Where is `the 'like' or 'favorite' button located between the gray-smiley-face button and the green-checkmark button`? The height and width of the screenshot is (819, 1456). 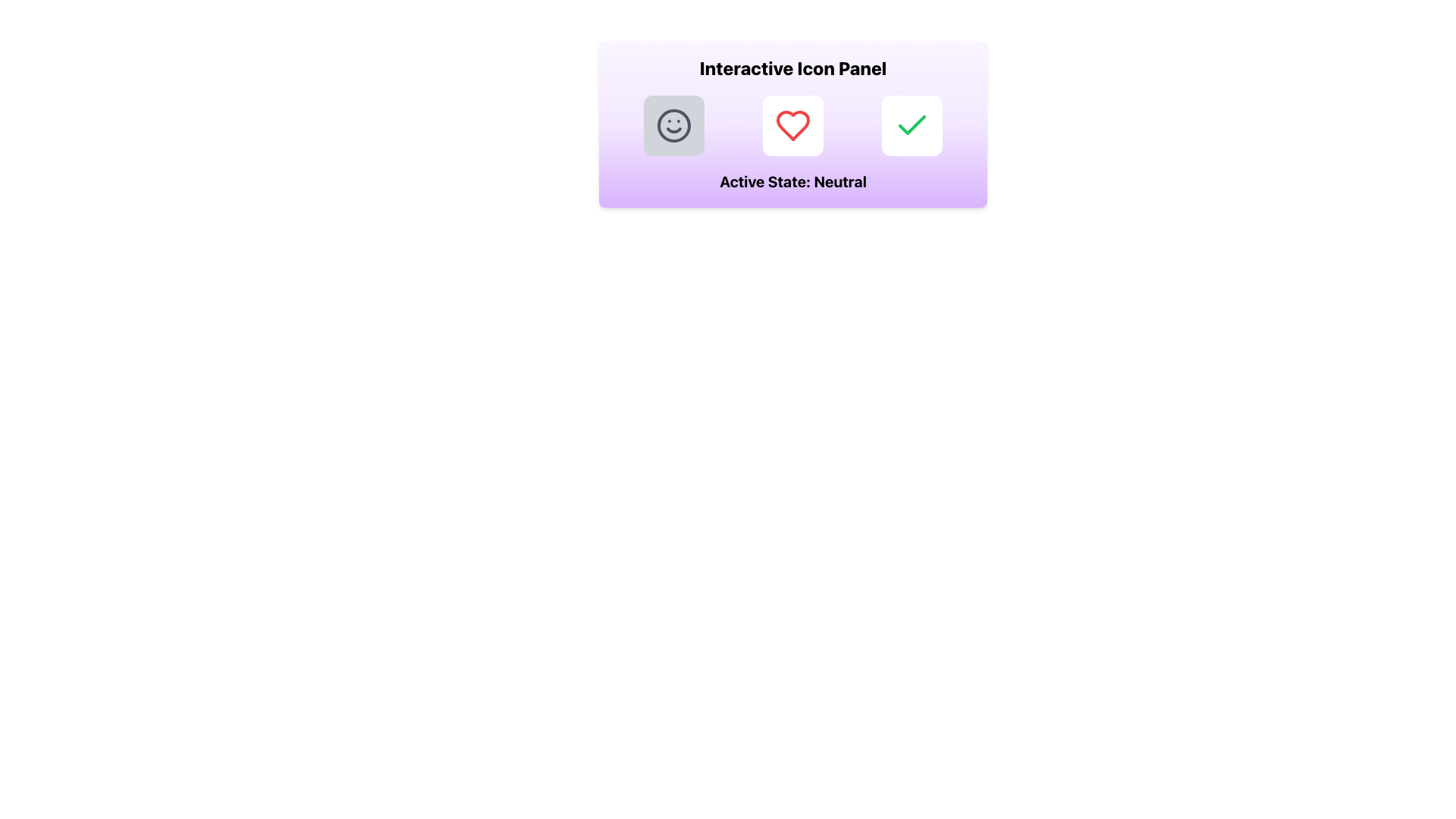
the 'like' or 'favorite' button located between the gray-smiley-face button and the green-checkmark button is located at coordinates (792, 124).